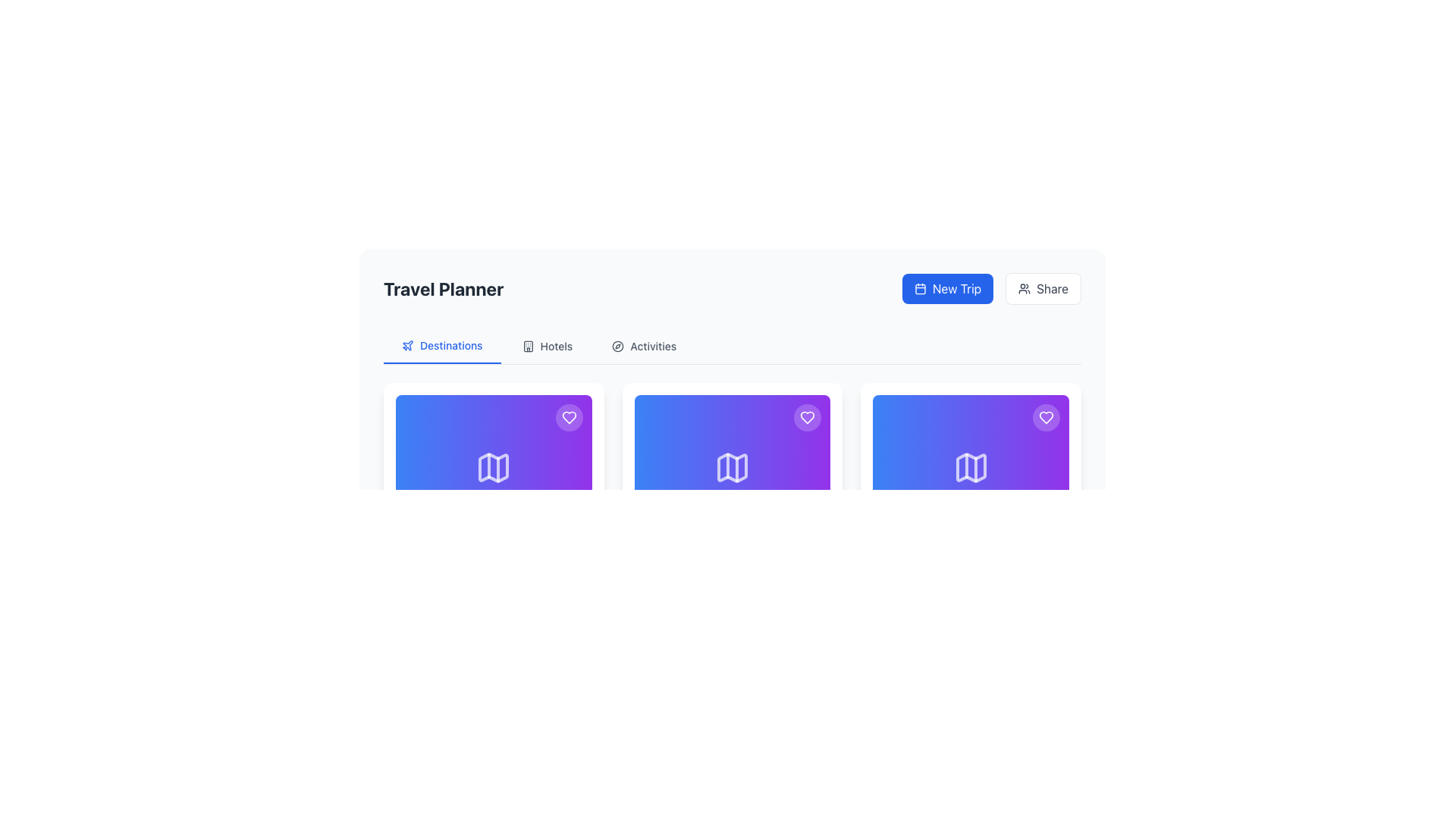 The height and width of the screenshot is (819, 1456). Describe the element at coordinates (546, 346) in the screenshot. I see `the 'Hotels' navigation menu item, which is a gray text with a hotel icon, positioned between 'Destinations' and 'Activities' in the Travel Planner menu` at that location.